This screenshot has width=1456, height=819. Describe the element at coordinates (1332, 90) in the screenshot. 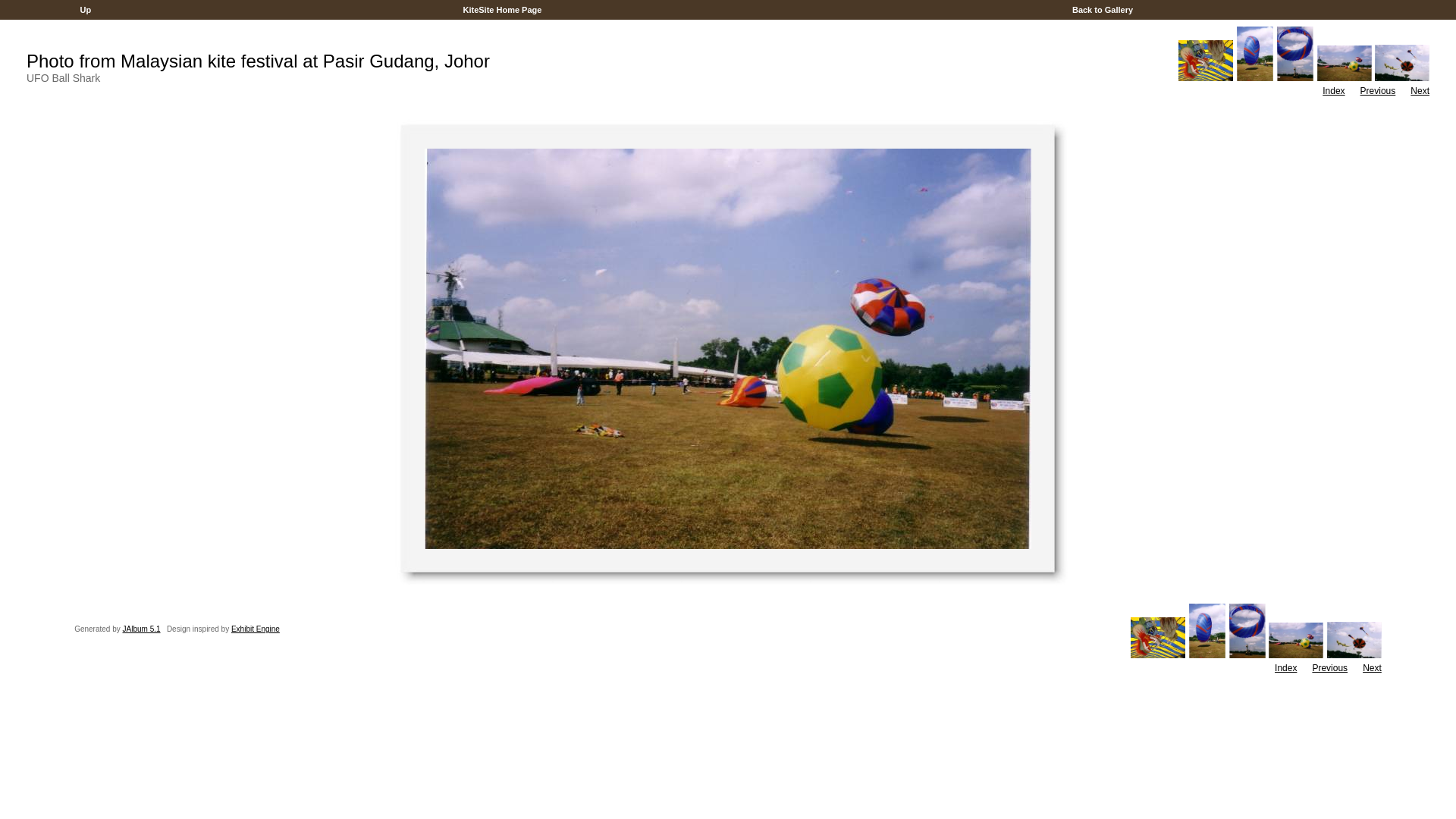

I see `'Index'` at that location.